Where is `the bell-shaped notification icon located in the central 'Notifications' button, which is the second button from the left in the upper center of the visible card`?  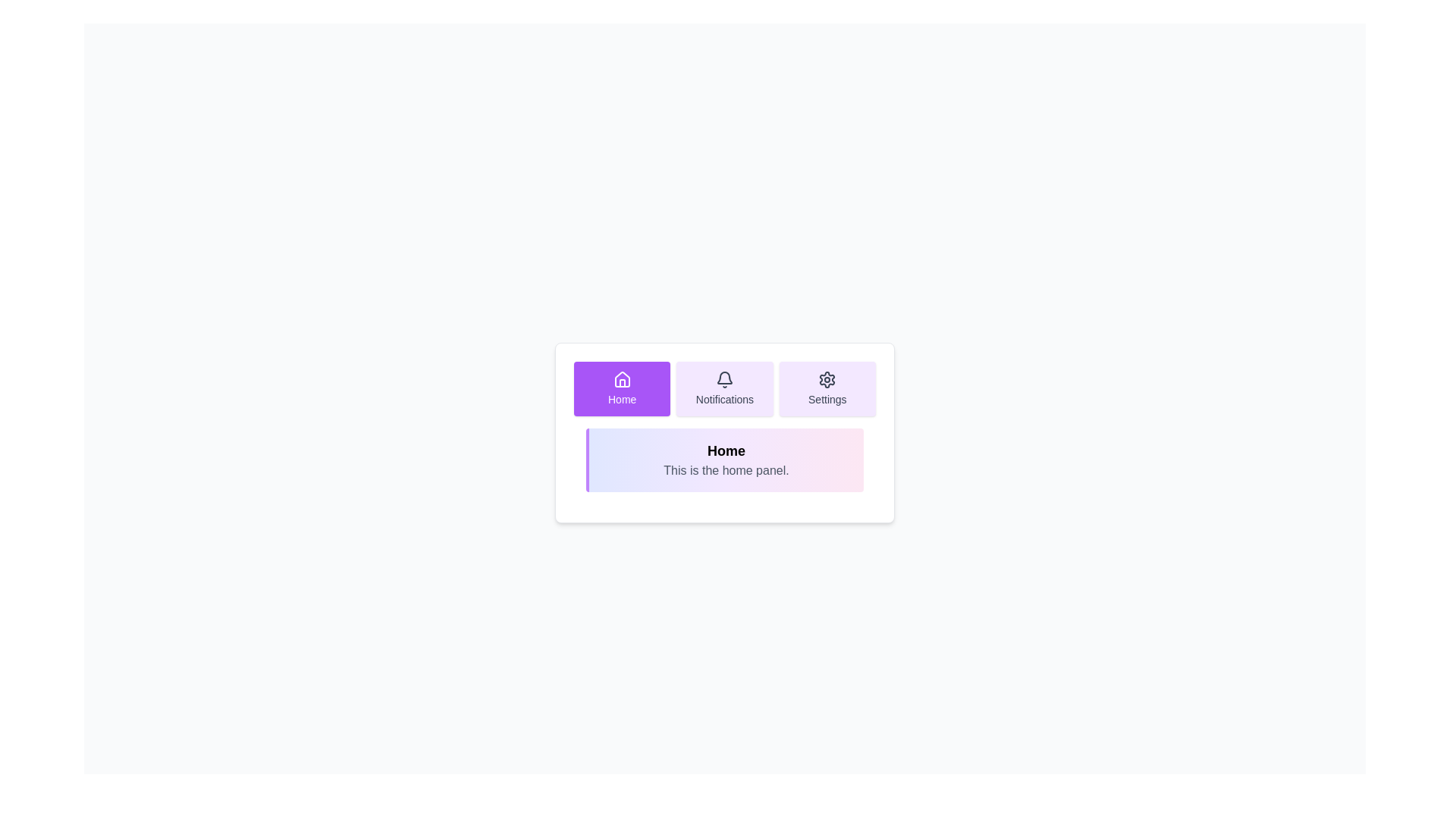
the bell-shaped notification icon located in the central 'Notifications' button, which is the second button from the left in the upper center of the visible card is located at coordinates (723, 377).